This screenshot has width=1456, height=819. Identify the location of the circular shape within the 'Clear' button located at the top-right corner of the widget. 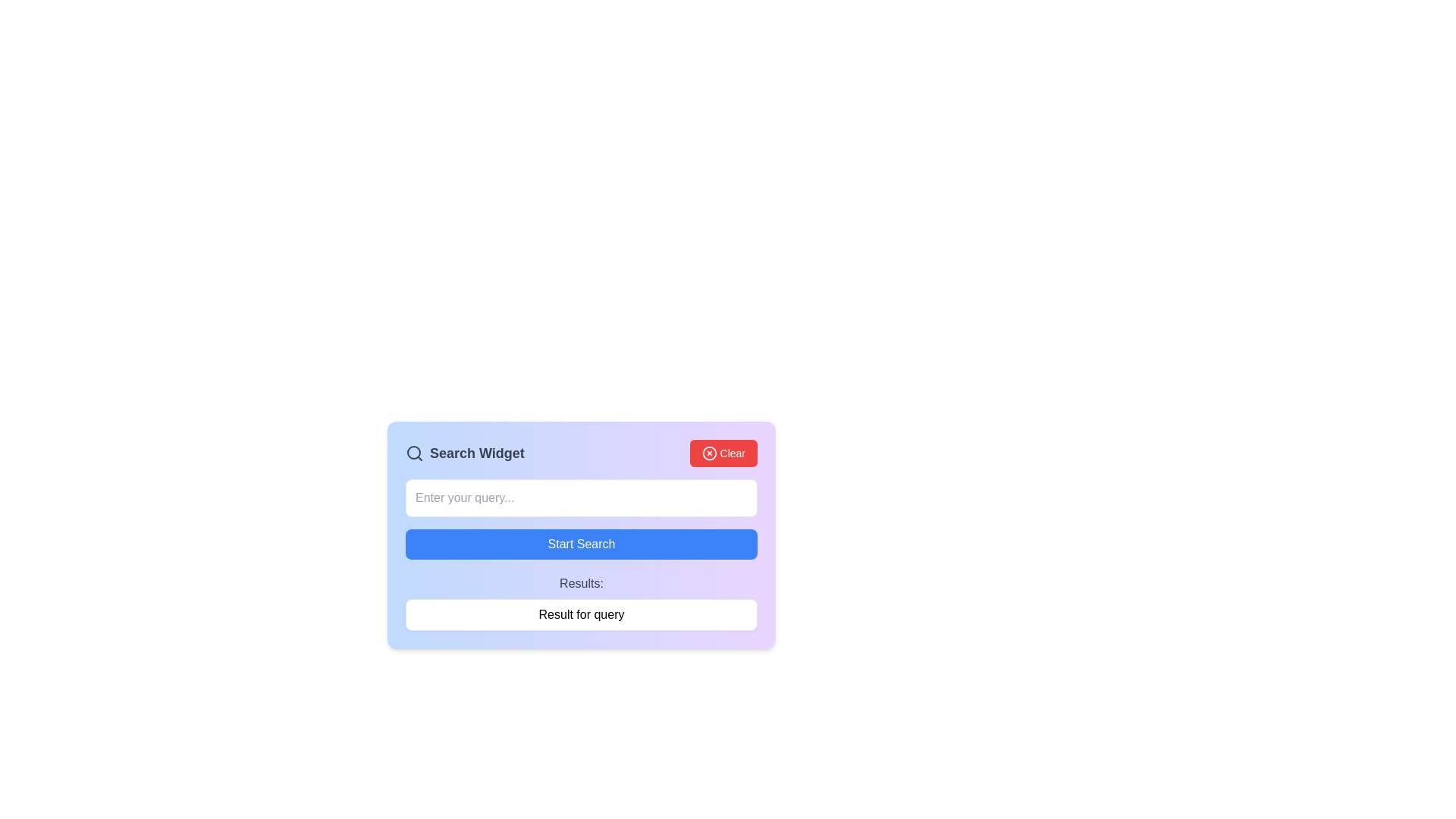
(708, 452).